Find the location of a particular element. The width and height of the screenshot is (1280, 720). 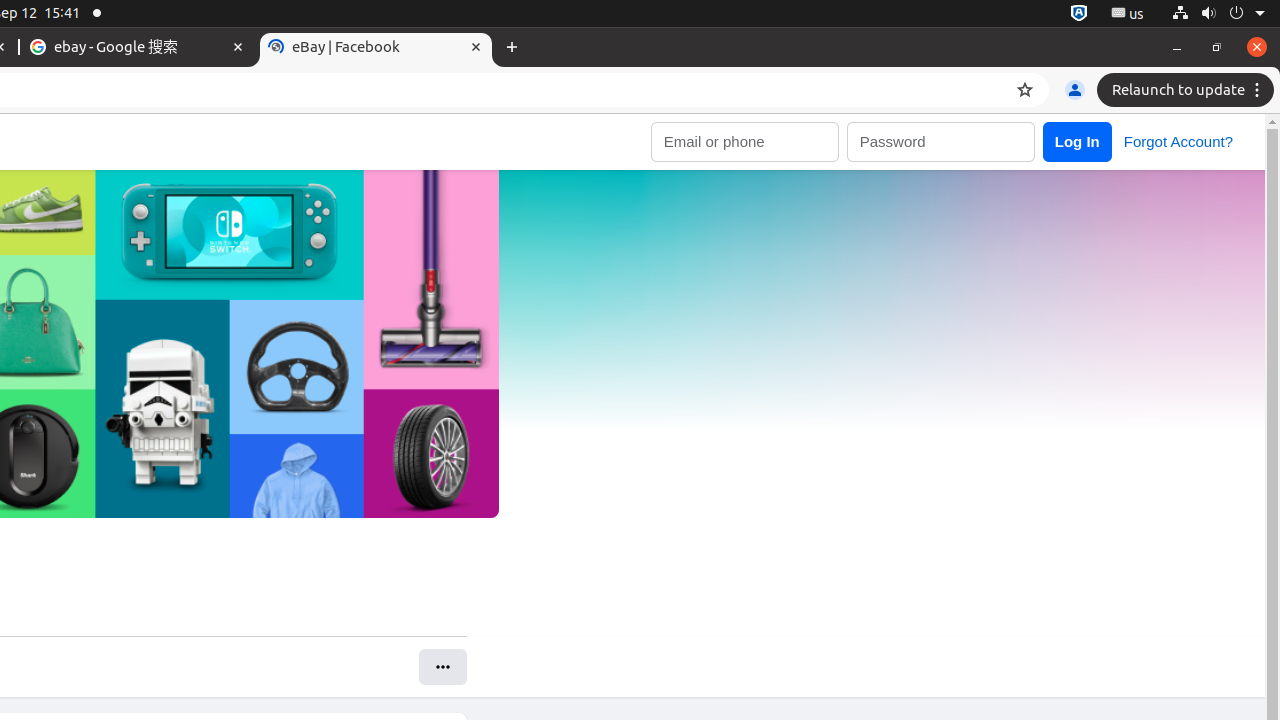

'You' is located at coordinates (1073, 90).